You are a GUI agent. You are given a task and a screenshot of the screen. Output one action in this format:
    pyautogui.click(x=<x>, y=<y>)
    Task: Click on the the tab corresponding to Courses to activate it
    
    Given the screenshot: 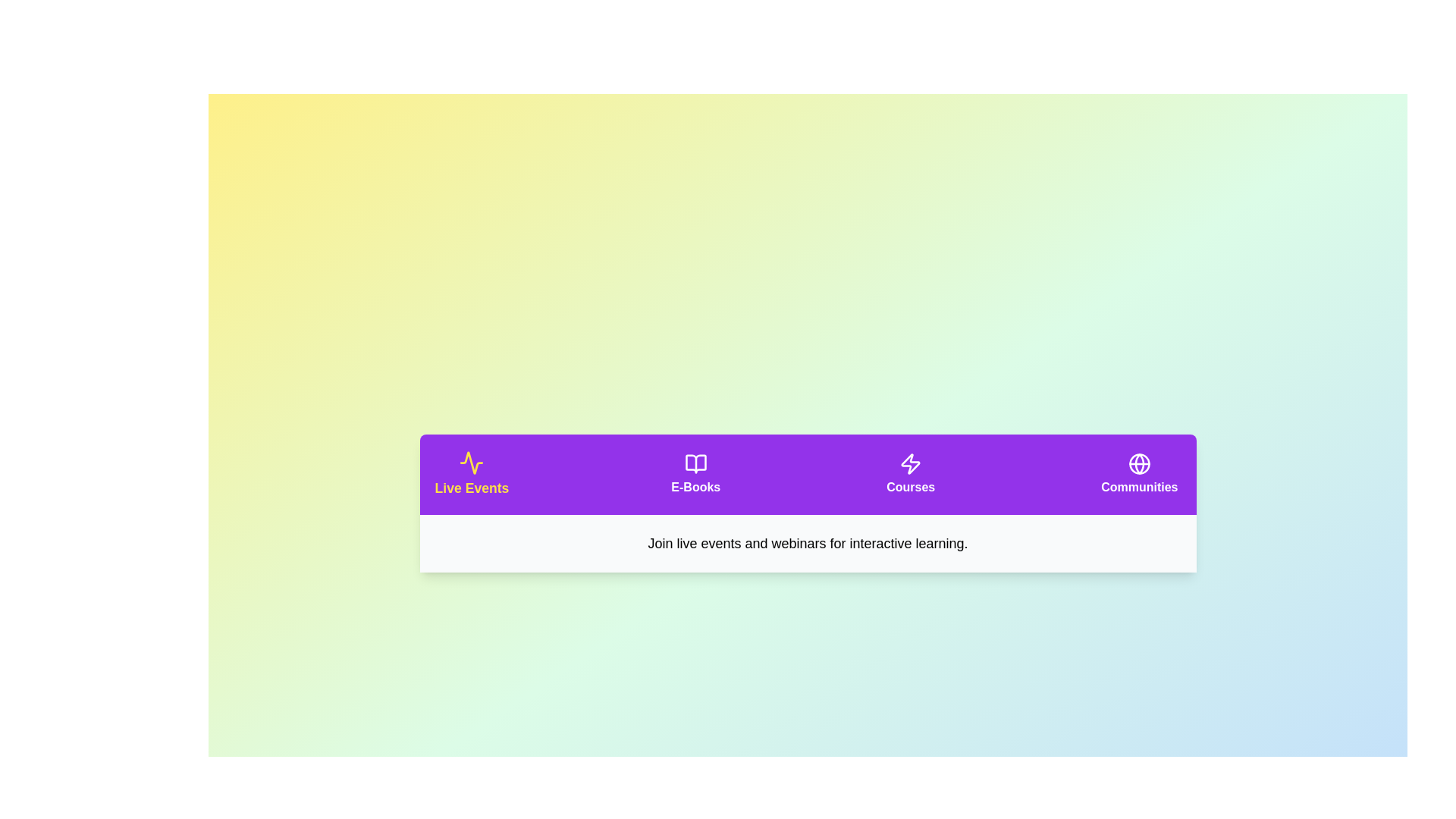 What is the action you would take?
    pyautogui.click(x=910, y=473)
    